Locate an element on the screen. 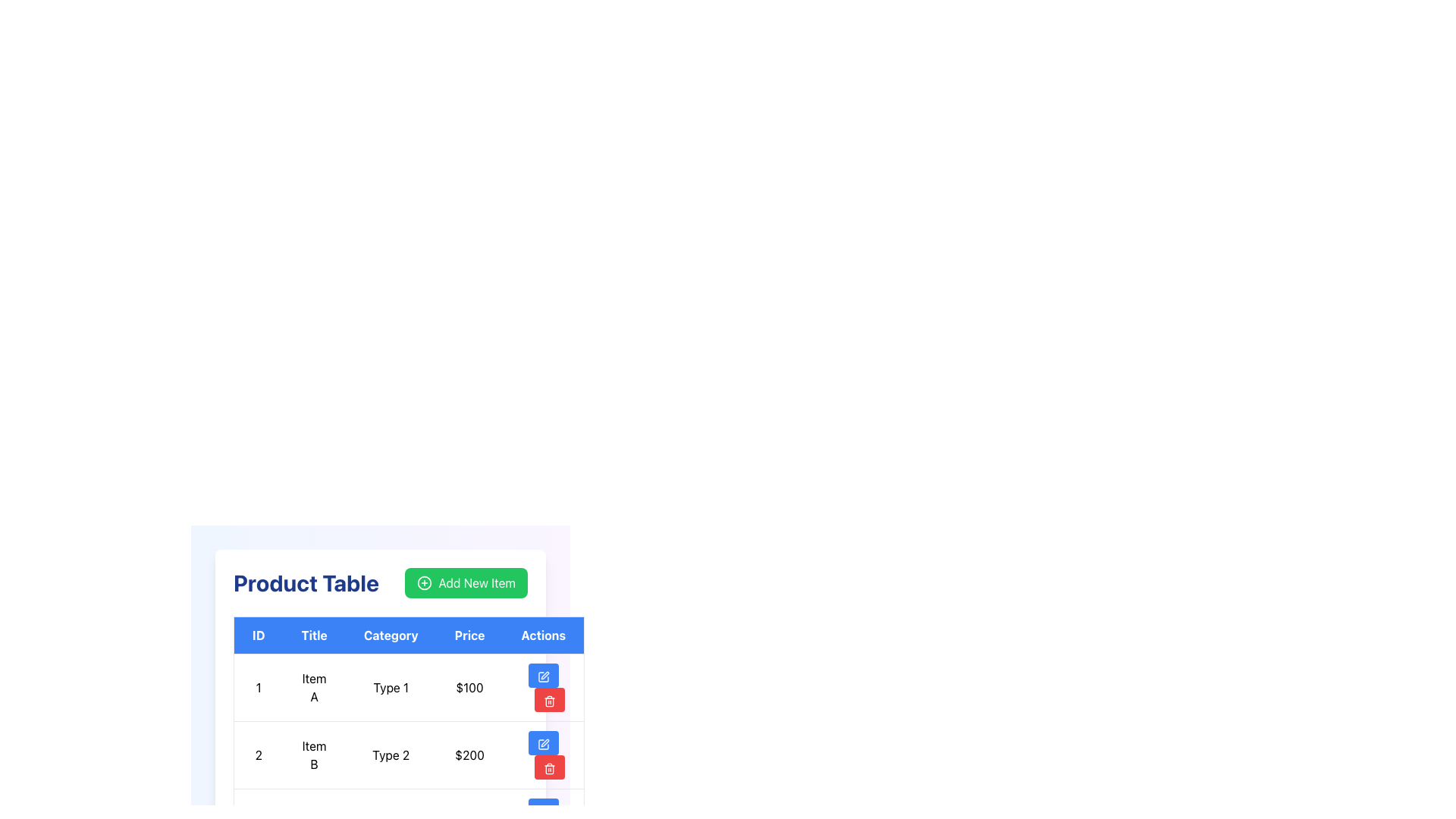 The width and height of the screenshot is (1456, 819). the 'Delete' button located in the second row of the 'Actions' column in the table is located at coordinates (548, 767).